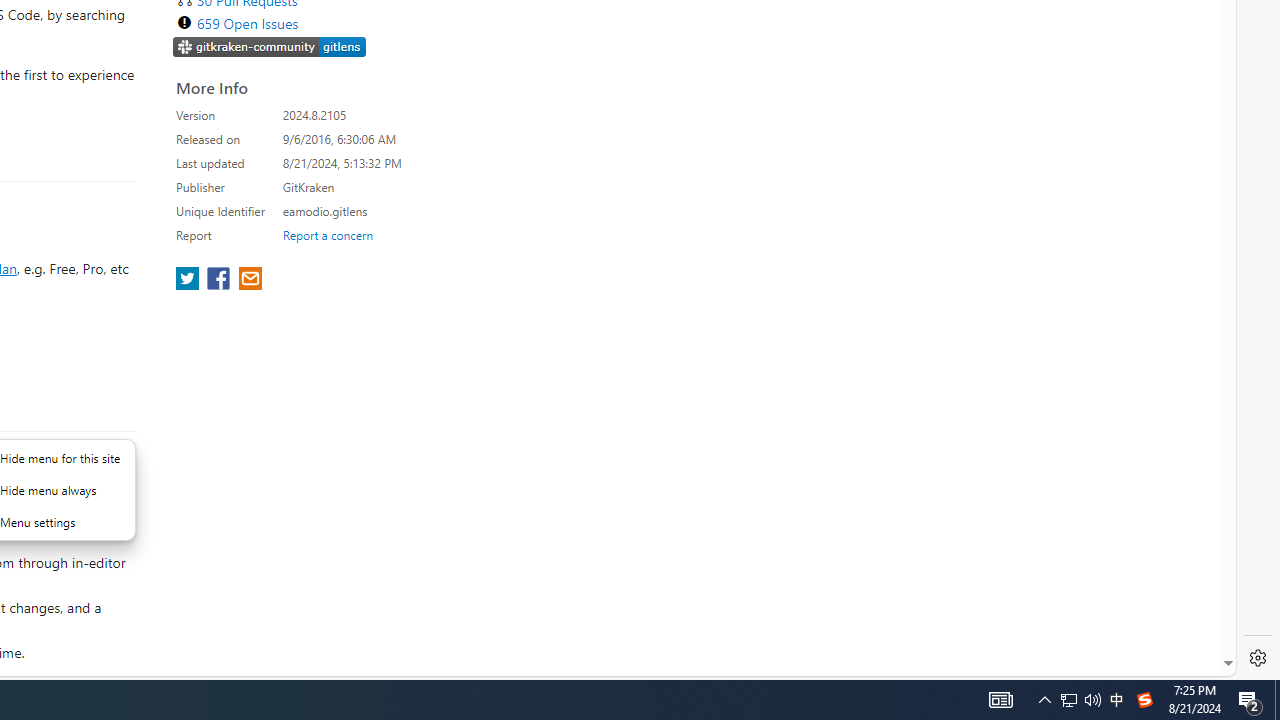 Image resolution: width=1280 pixels, height=720 pixels. What do you see at coordinates (327, 234) in the screenshot?
I see `'Report a concern'` at bounding box center [327, 234].